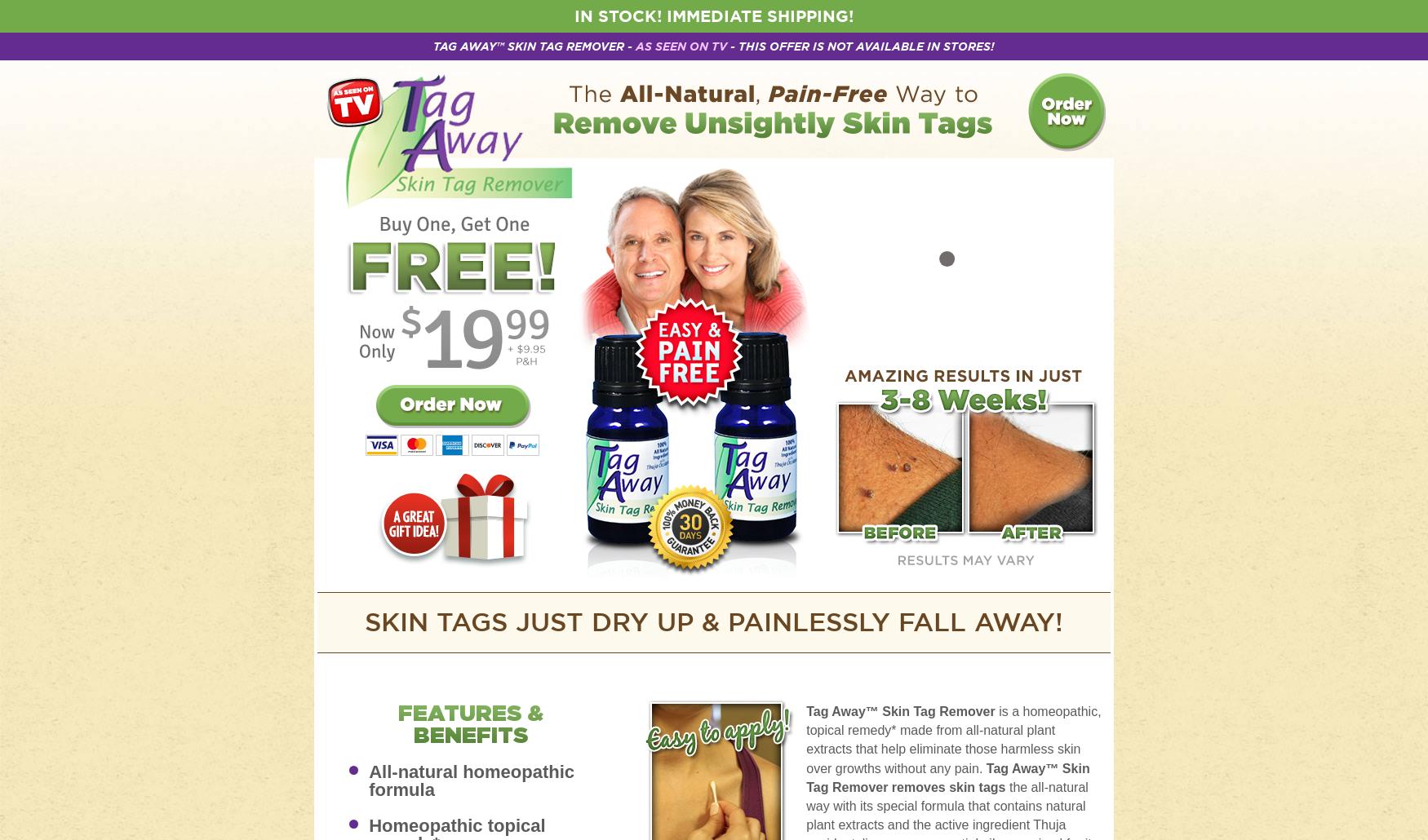  What do you see at coordinates (714, 621) in the screenshot?
I see `'skin tags just dry up & painlessly fall away!'` at bounding box center [714, 621].